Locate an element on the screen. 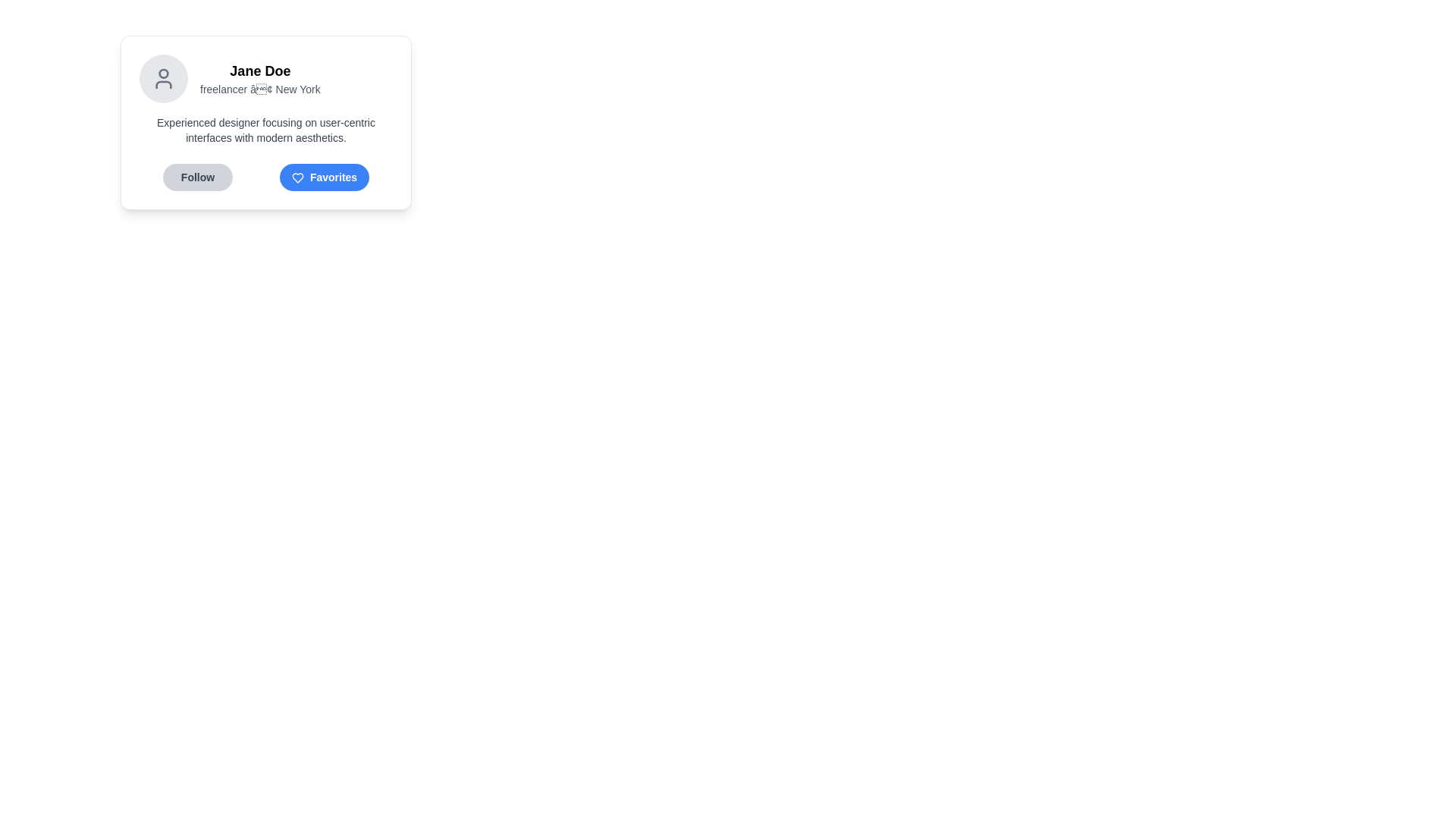  the circular graphical component representing the head within the user profile icon, which is centrally positioned in the upper part of the icon is located at coordinates (164, 73).